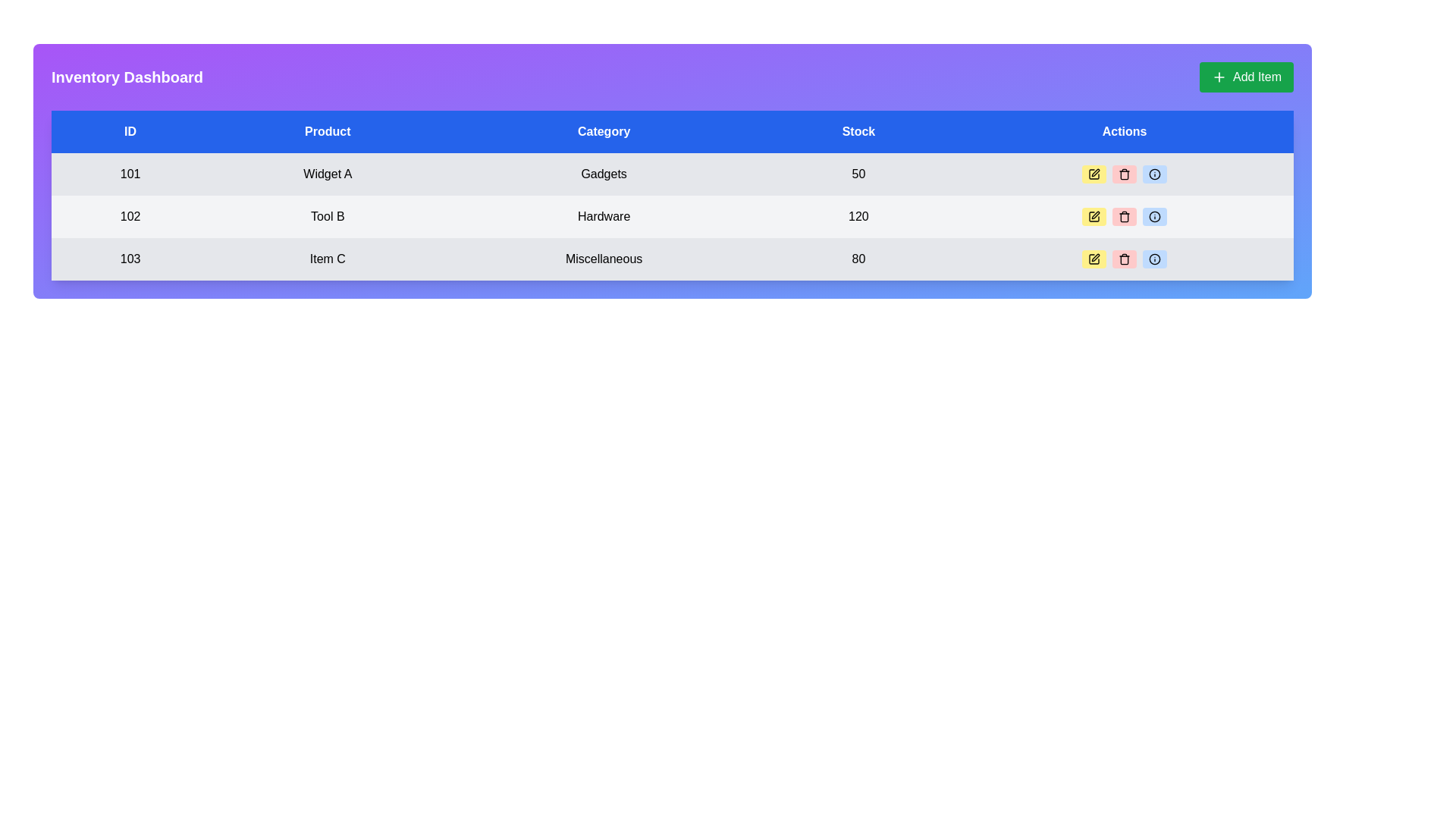 This screenshot has height=819, width=1456. I want to click on the information icon represented by the SVG Circle, located on the rightmost side of the 'Actions' column in the last row of the table, so click(1153, 174).